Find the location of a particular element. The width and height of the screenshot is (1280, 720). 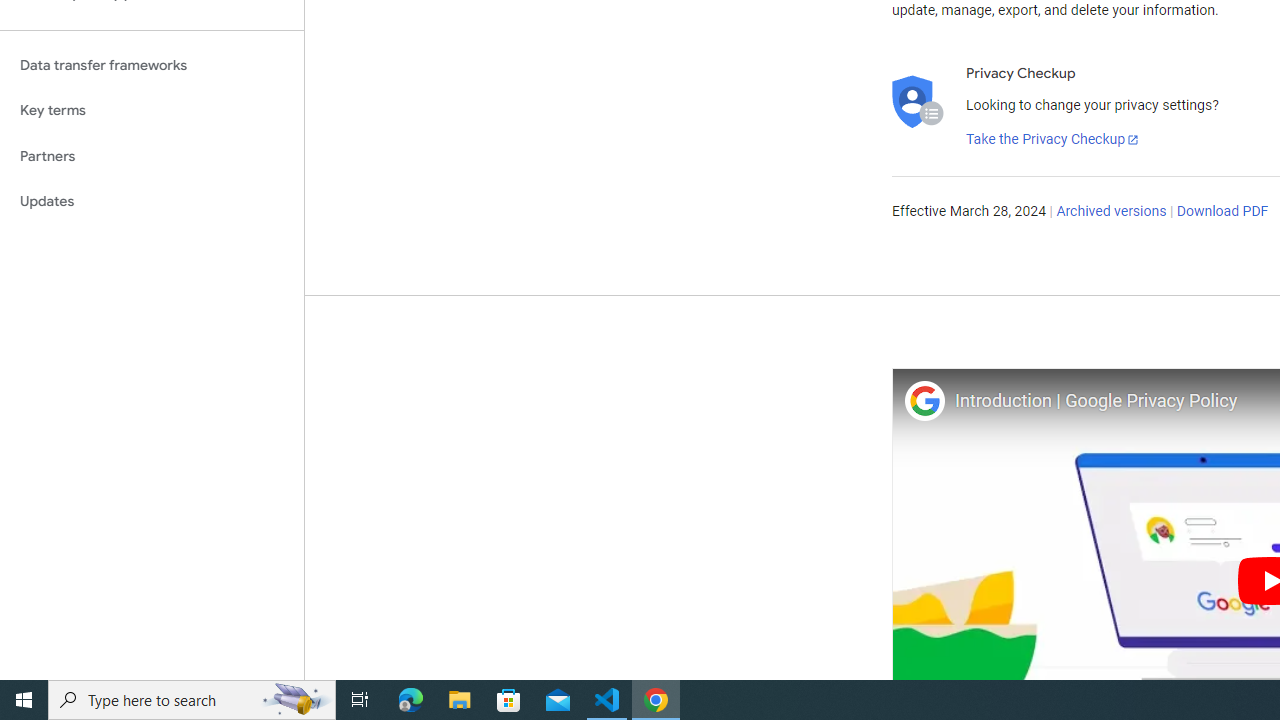

'Photo image of Google' is located at coordinates (923, 400).